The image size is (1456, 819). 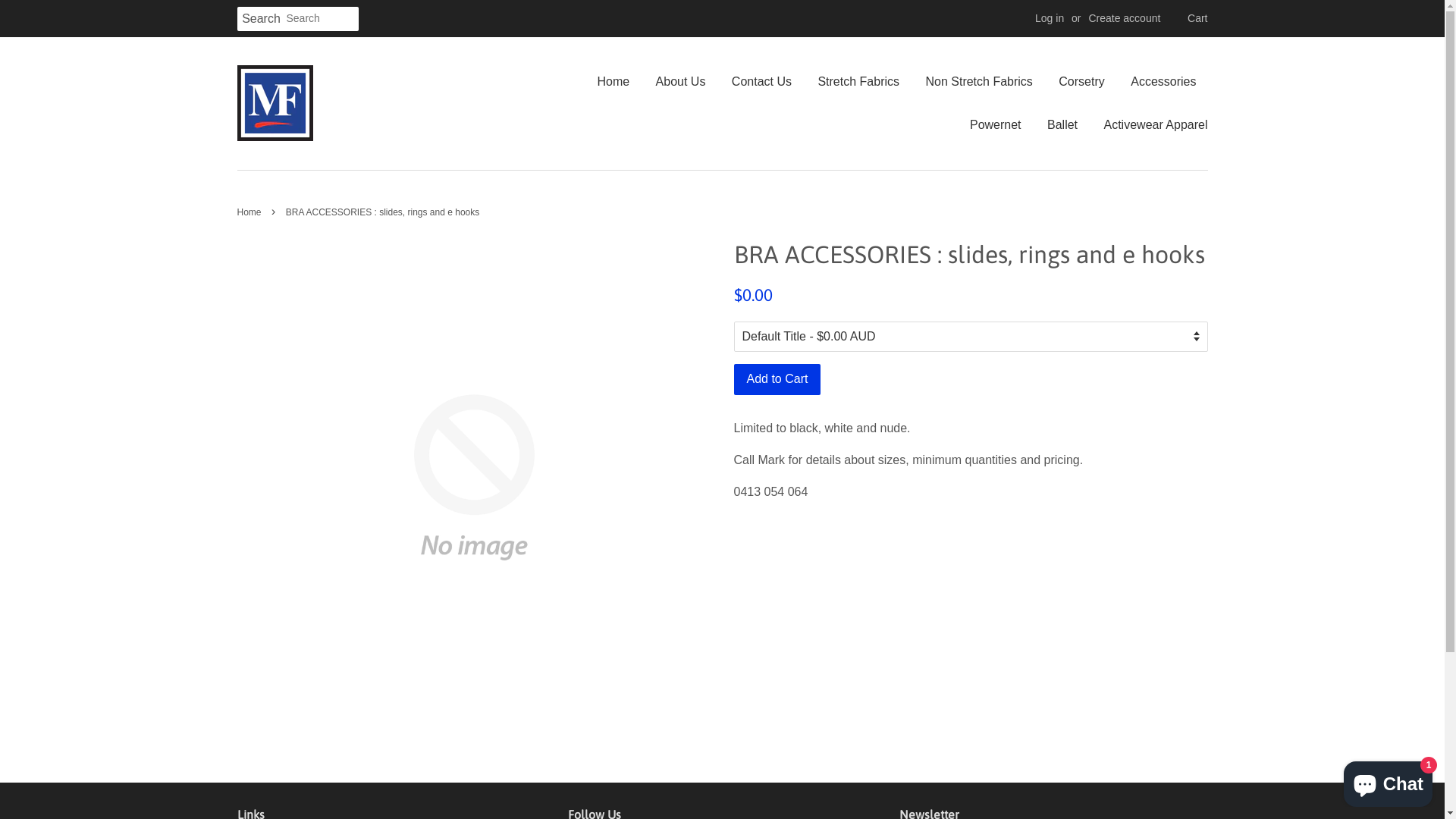 I want to click on 'Log in', so click(x=1048, y=17).